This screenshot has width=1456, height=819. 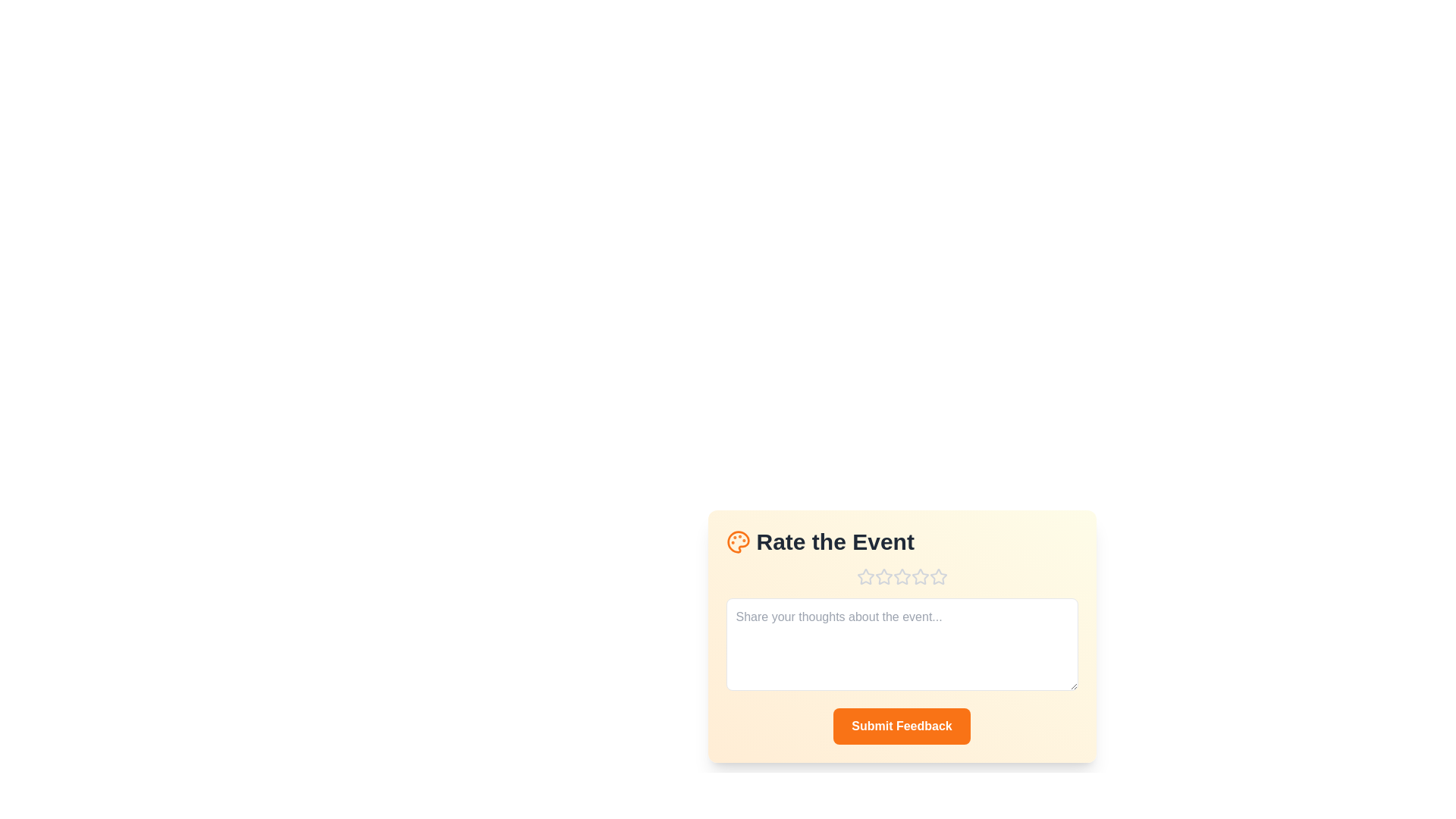 What do you see at coordinates (902, 576) in the screenshot?
I see `the star corresponding to the desired rating 3 to set the rating` at bounding box center [902, 576].